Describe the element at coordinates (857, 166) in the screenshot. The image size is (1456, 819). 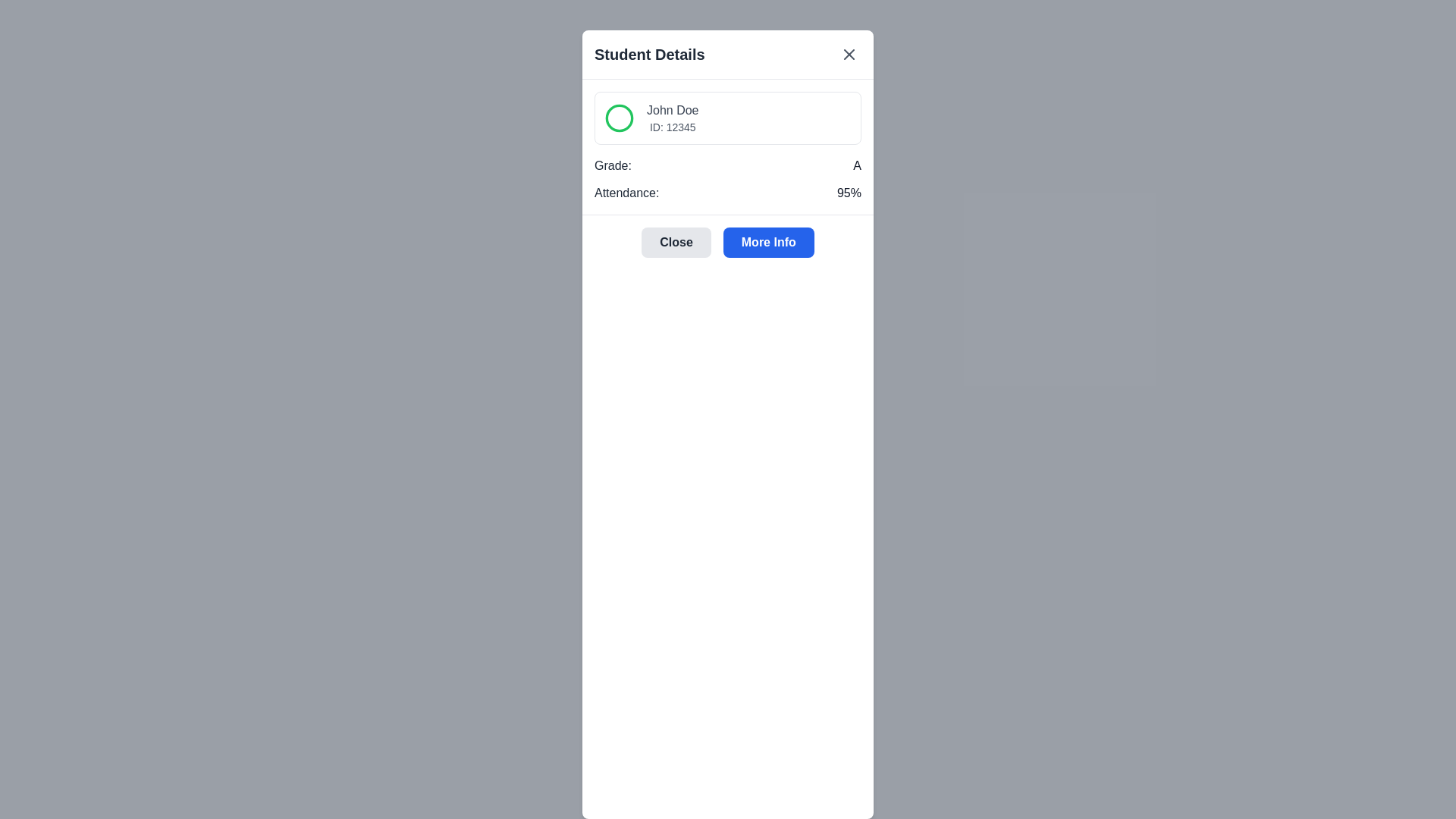
I see `the text content displaying the grade value ('A') associated with the user data, located to the right of the 'Grade:' label and below the 'John Doe' information header` at that location.